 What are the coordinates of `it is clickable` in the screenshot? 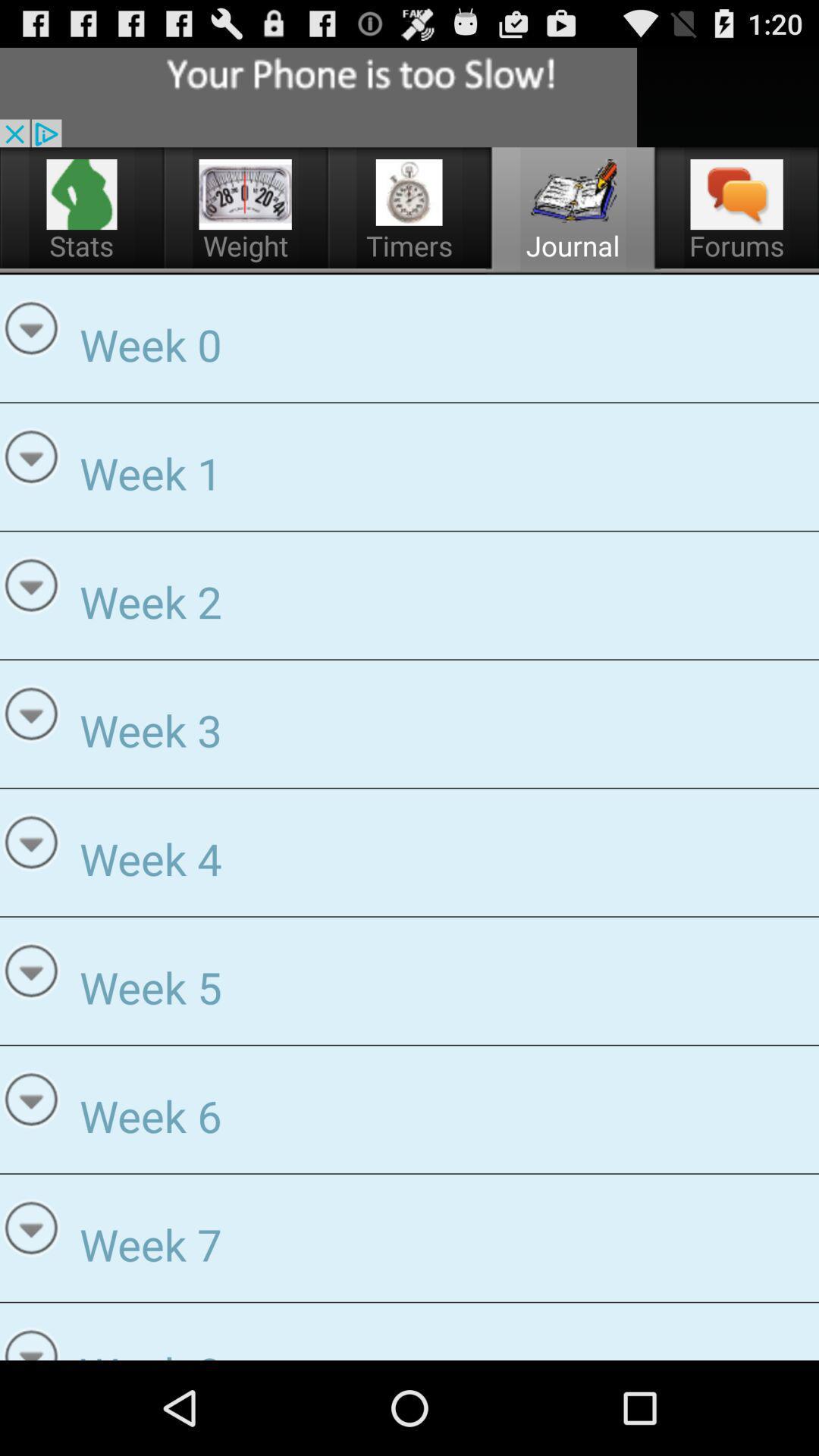 It's located at (245, 193).